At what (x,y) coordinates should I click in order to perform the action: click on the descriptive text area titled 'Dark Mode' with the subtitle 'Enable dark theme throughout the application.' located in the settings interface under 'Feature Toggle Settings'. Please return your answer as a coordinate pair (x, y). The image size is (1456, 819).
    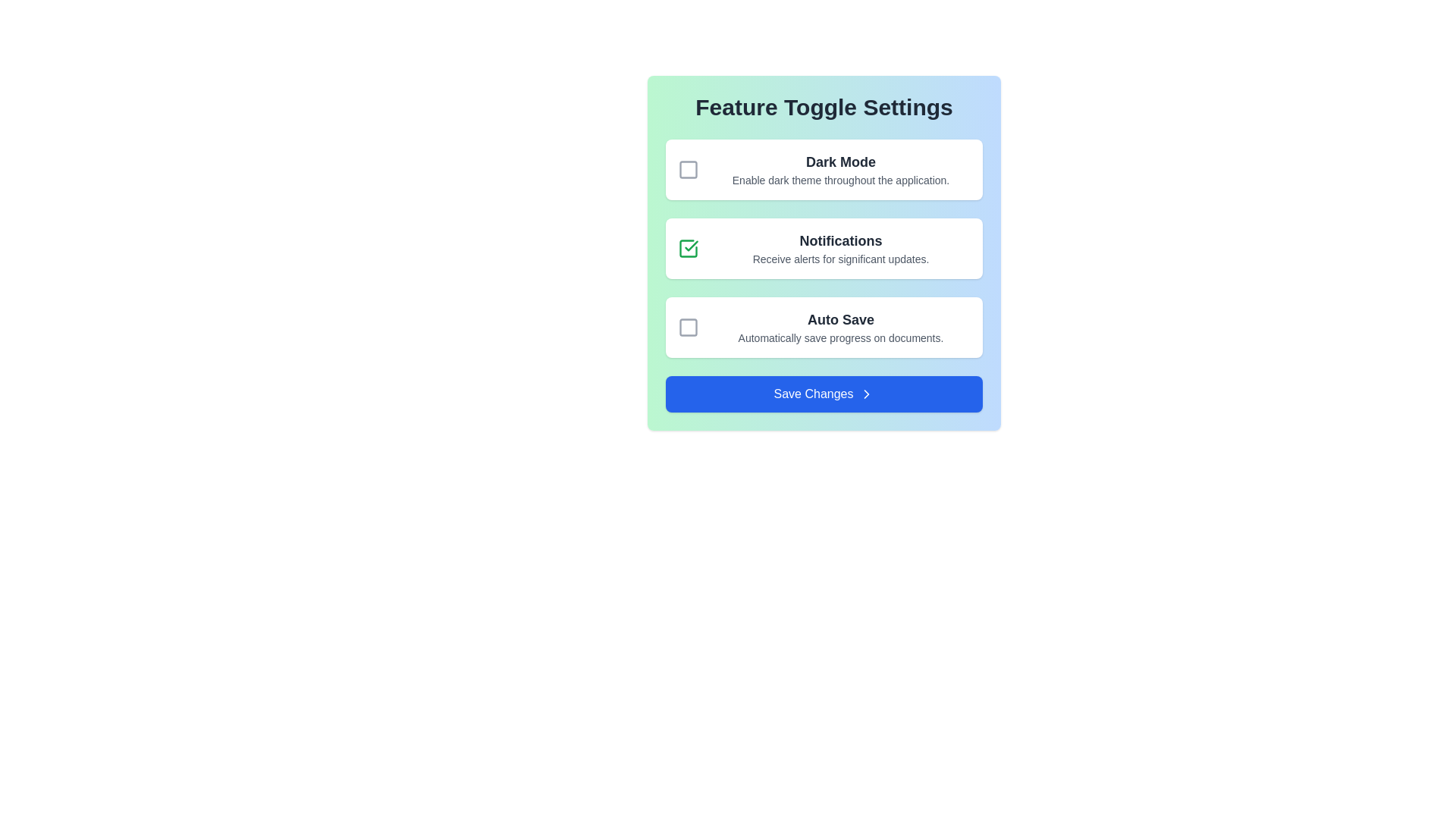
    Looking at the image, I should click on (839, 169).